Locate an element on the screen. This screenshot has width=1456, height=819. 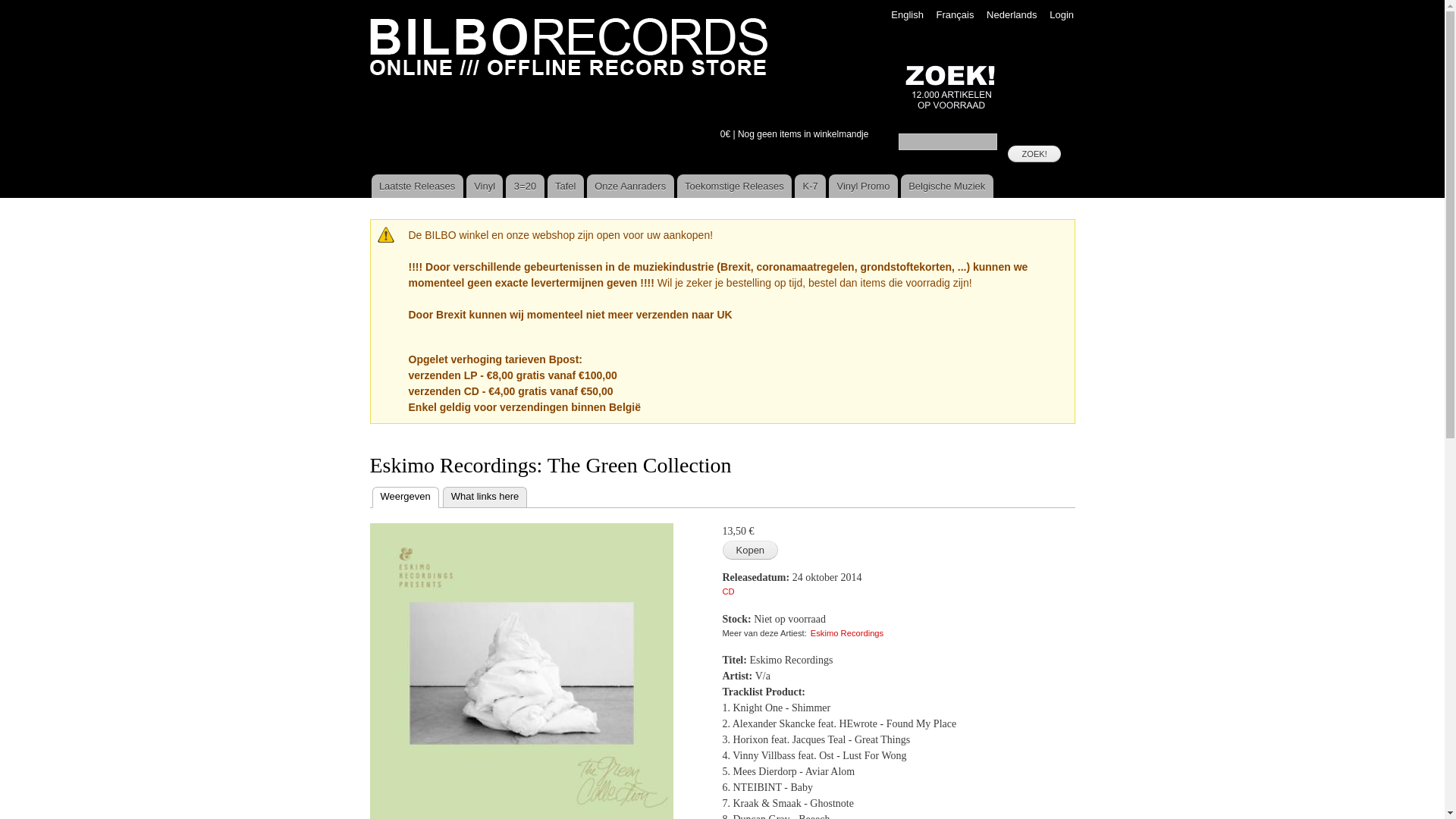
'CD' is located at coordinates (728, 590).